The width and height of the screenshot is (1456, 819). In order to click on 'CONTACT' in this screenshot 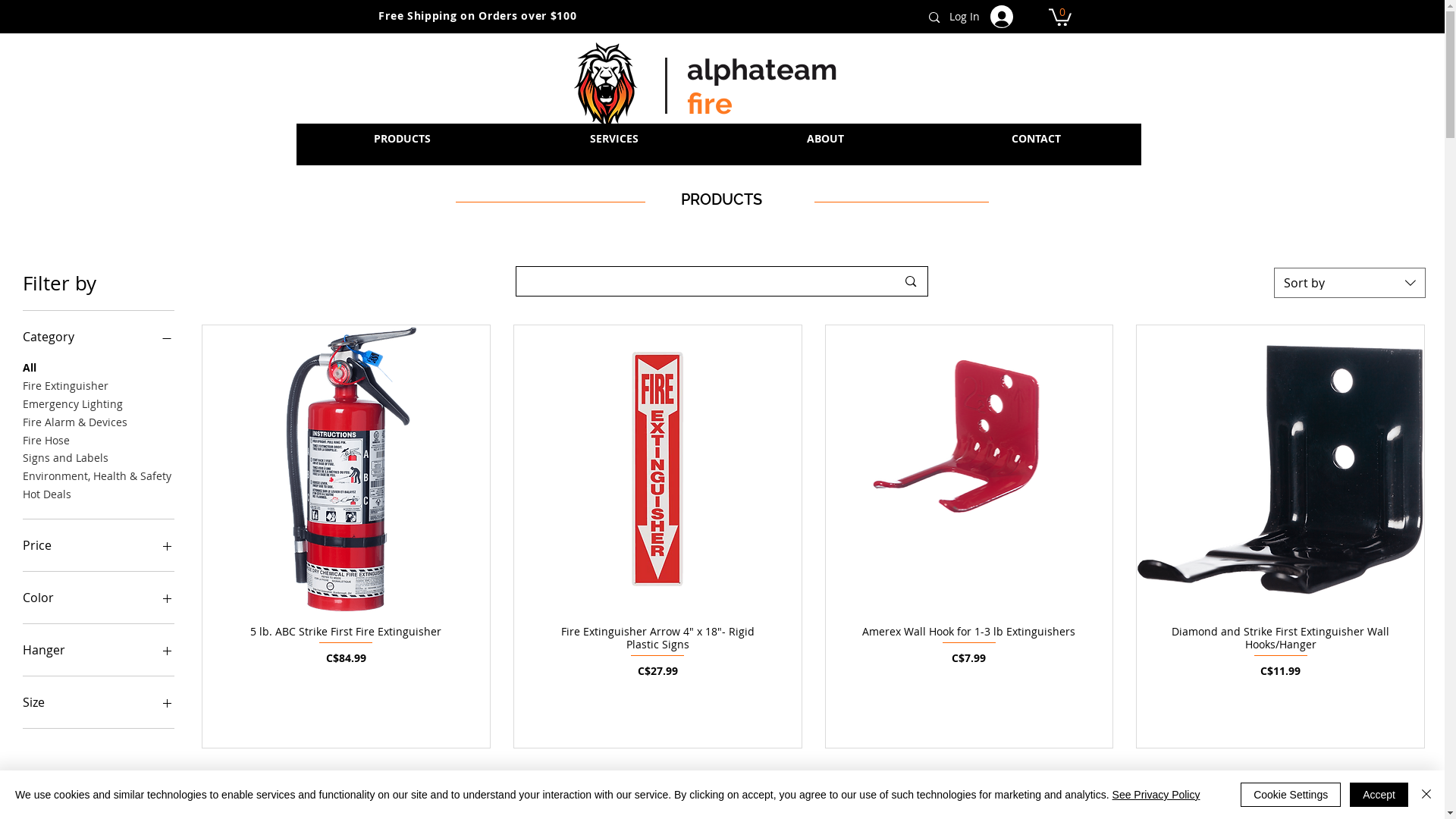, I will do `click(1034, 138)`.